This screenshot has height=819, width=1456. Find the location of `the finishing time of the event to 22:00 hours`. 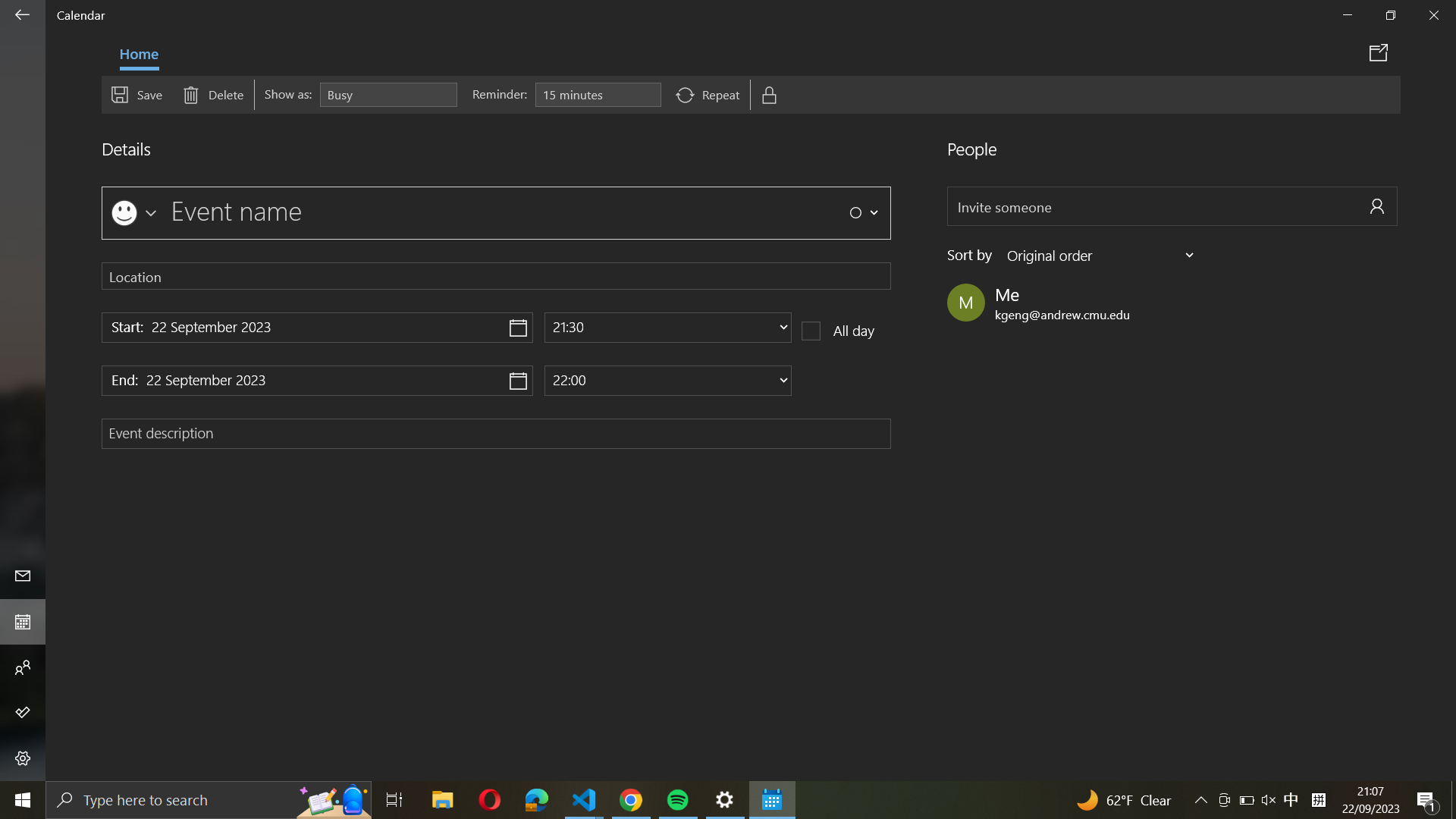

the finishing time of the event to 22:00 hours is located at coordinates (667, 379).